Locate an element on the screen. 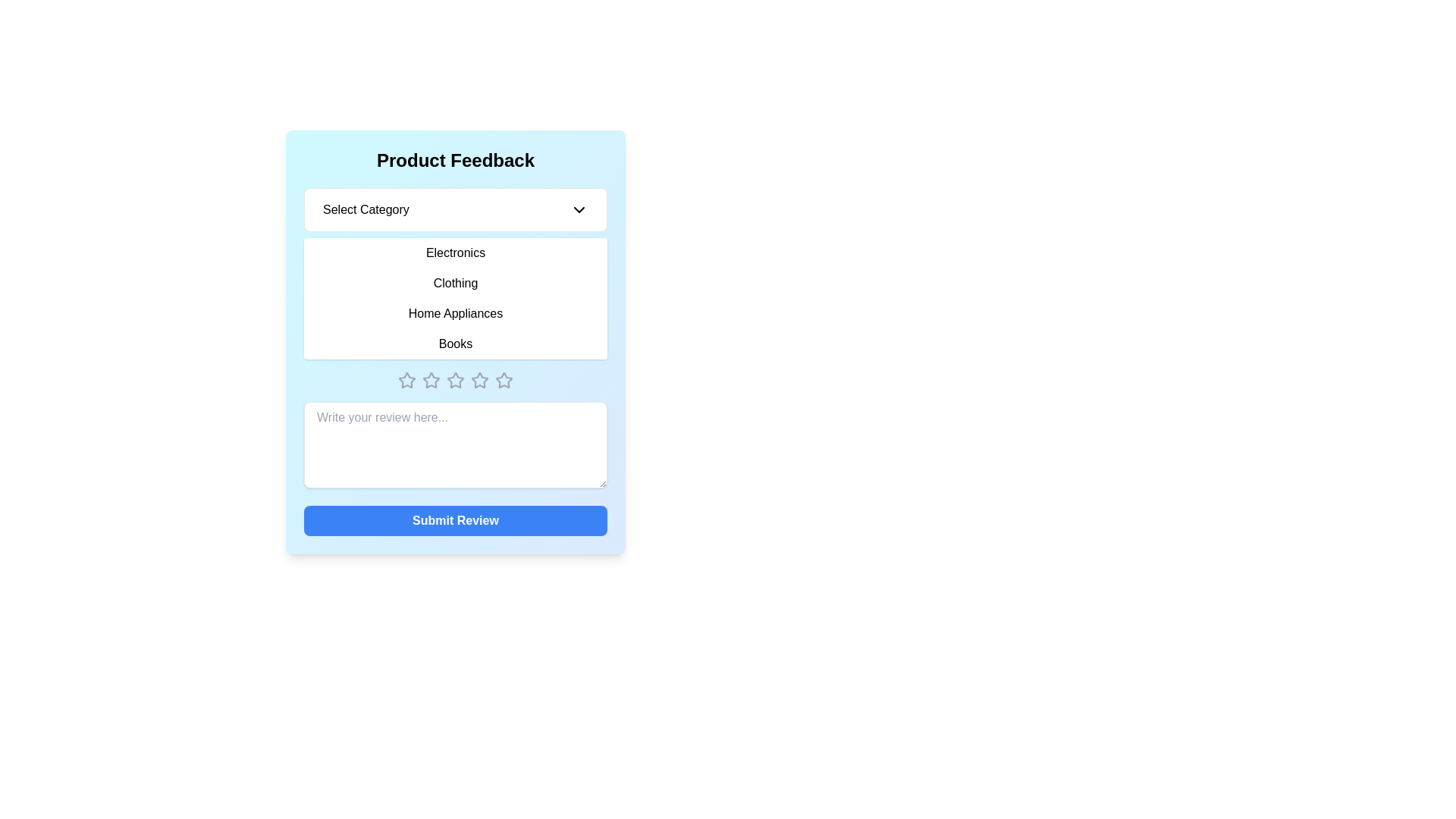  the fifth star icon in the horizontal row of rating options to indicate a rating level is located at coordinates (504, 379).